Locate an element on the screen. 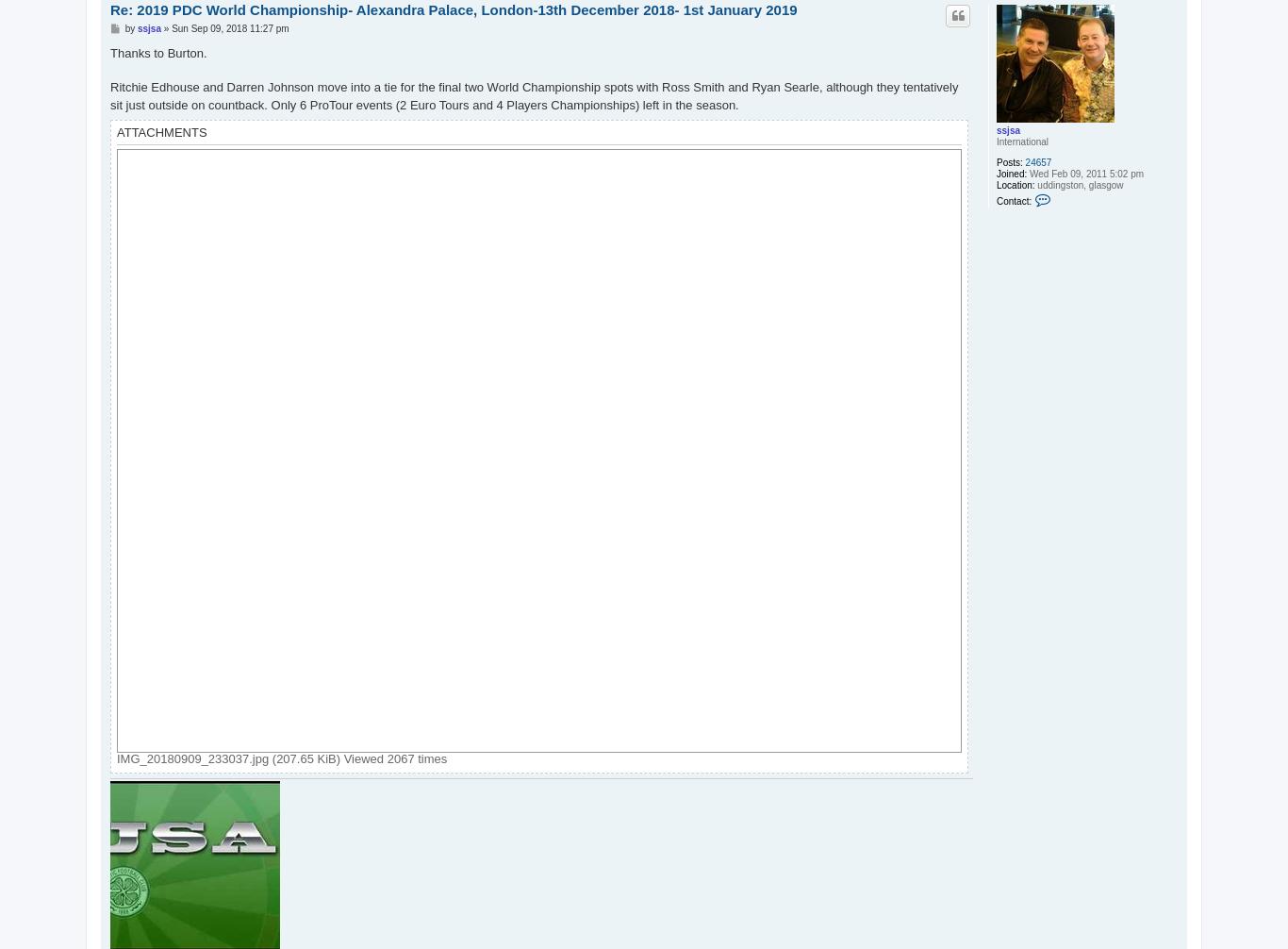  'Contact:' is located at coordinates (996, 200).